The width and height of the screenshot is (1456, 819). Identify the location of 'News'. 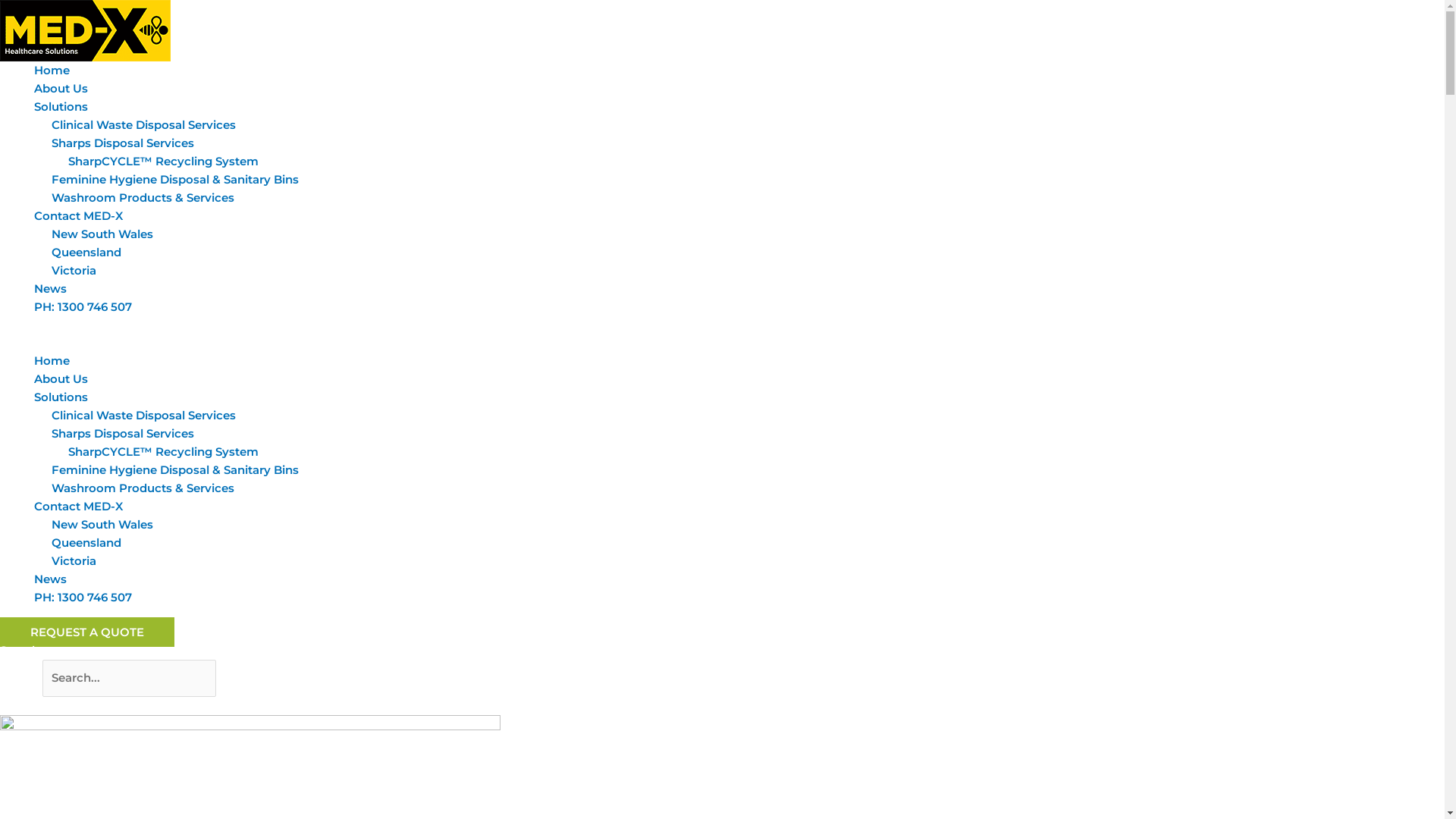
(50, 288).